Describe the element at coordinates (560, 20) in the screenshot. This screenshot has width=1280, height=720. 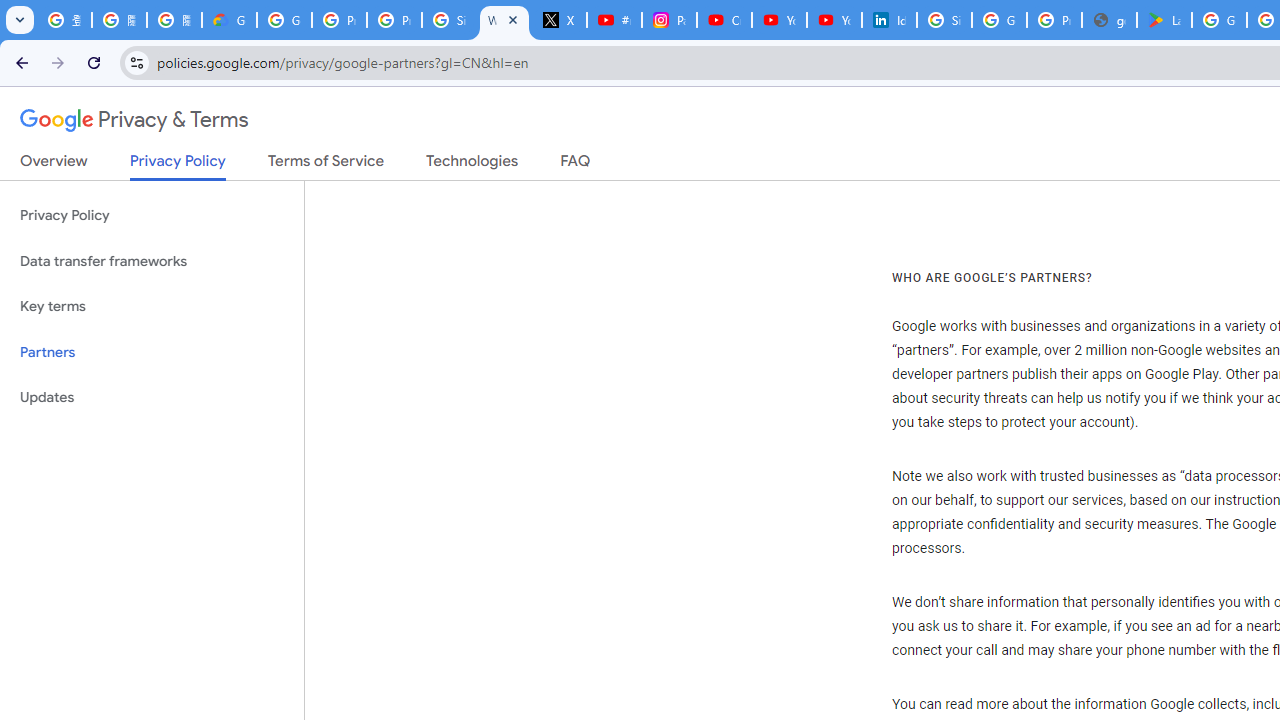
I see `'X'` at that location.